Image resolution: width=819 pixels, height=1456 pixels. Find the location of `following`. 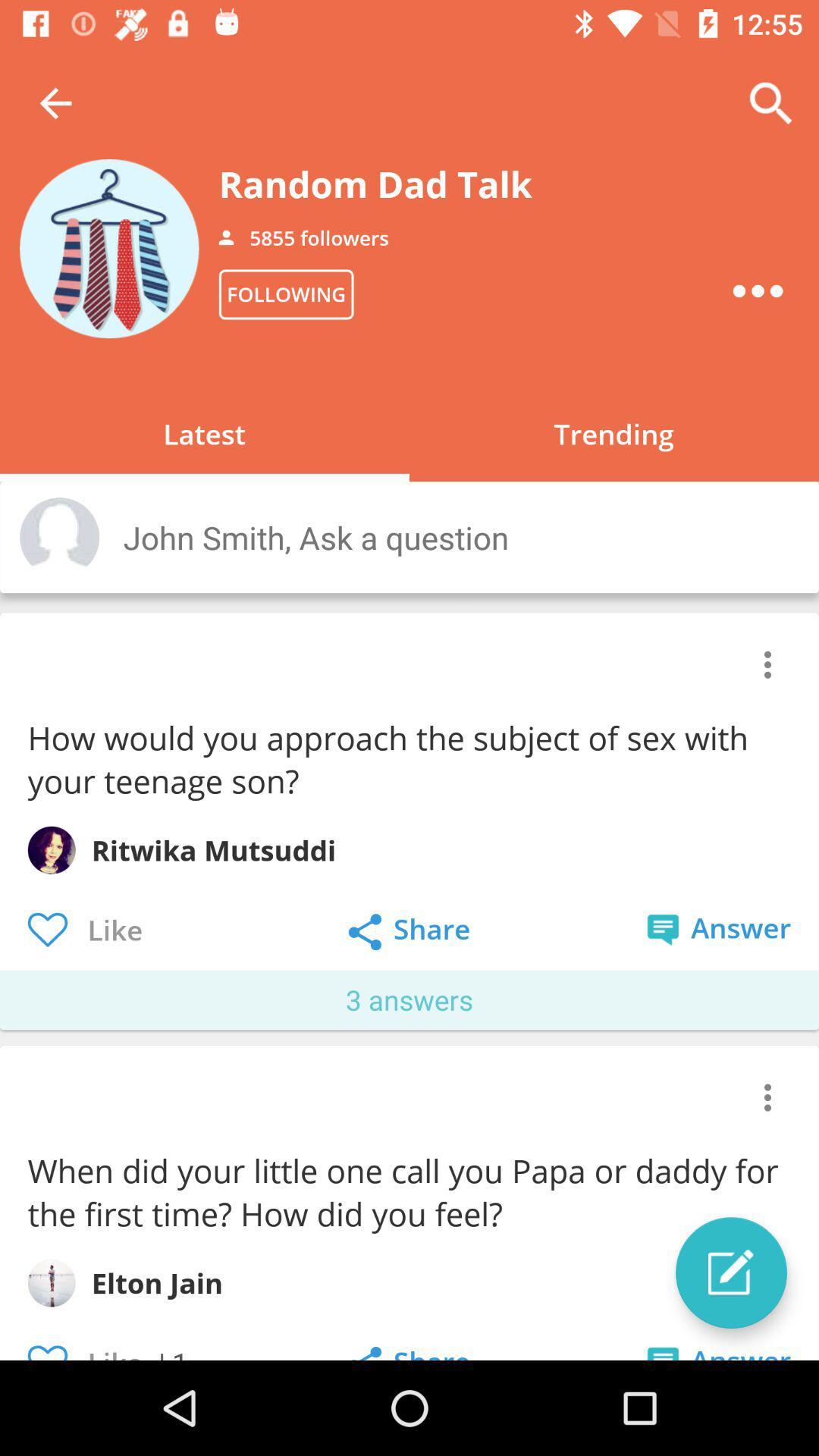

following is located at coordinates (286, 294).